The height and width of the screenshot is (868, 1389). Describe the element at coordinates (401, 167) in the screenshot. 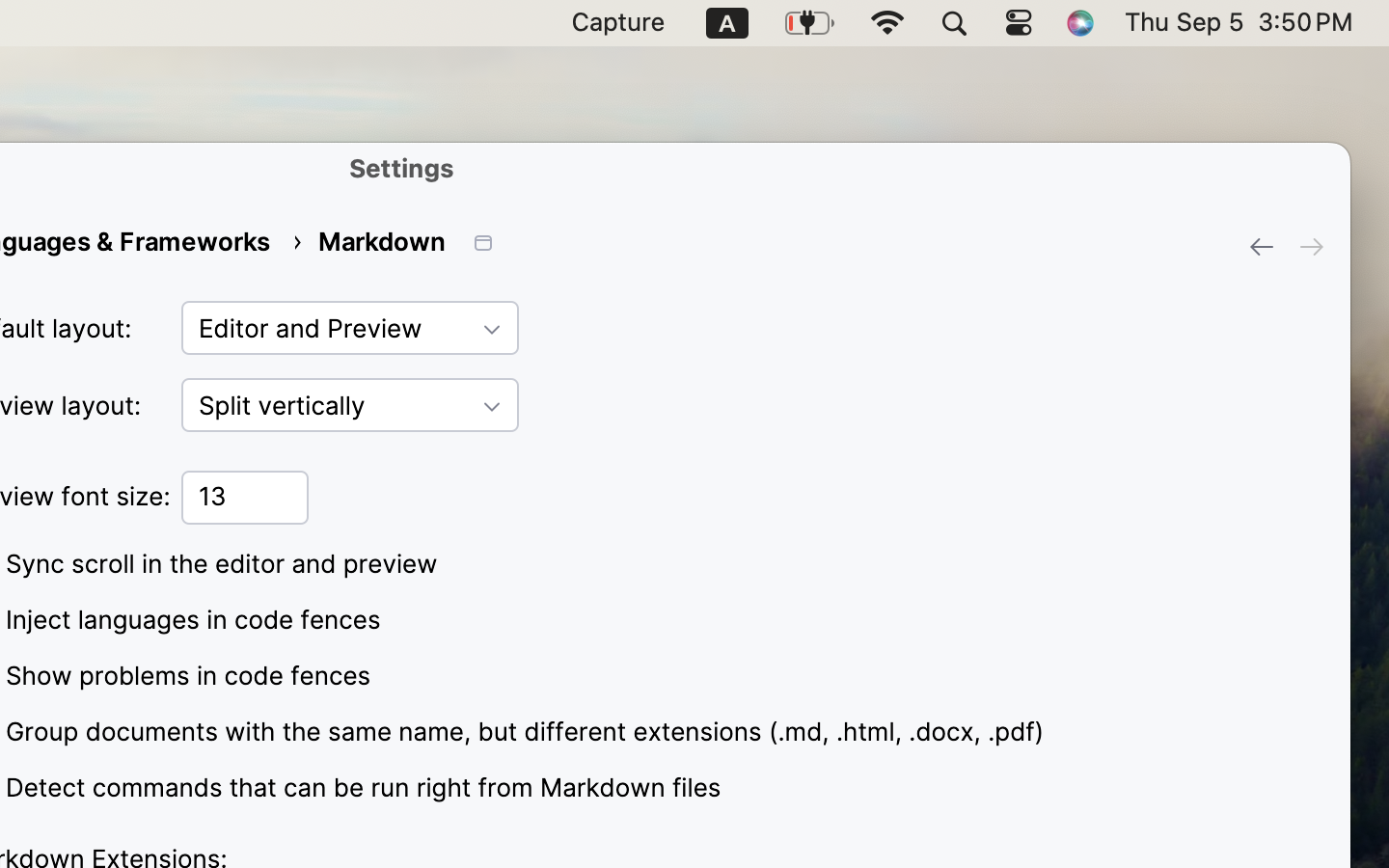

I see `'Settings'` at that location.